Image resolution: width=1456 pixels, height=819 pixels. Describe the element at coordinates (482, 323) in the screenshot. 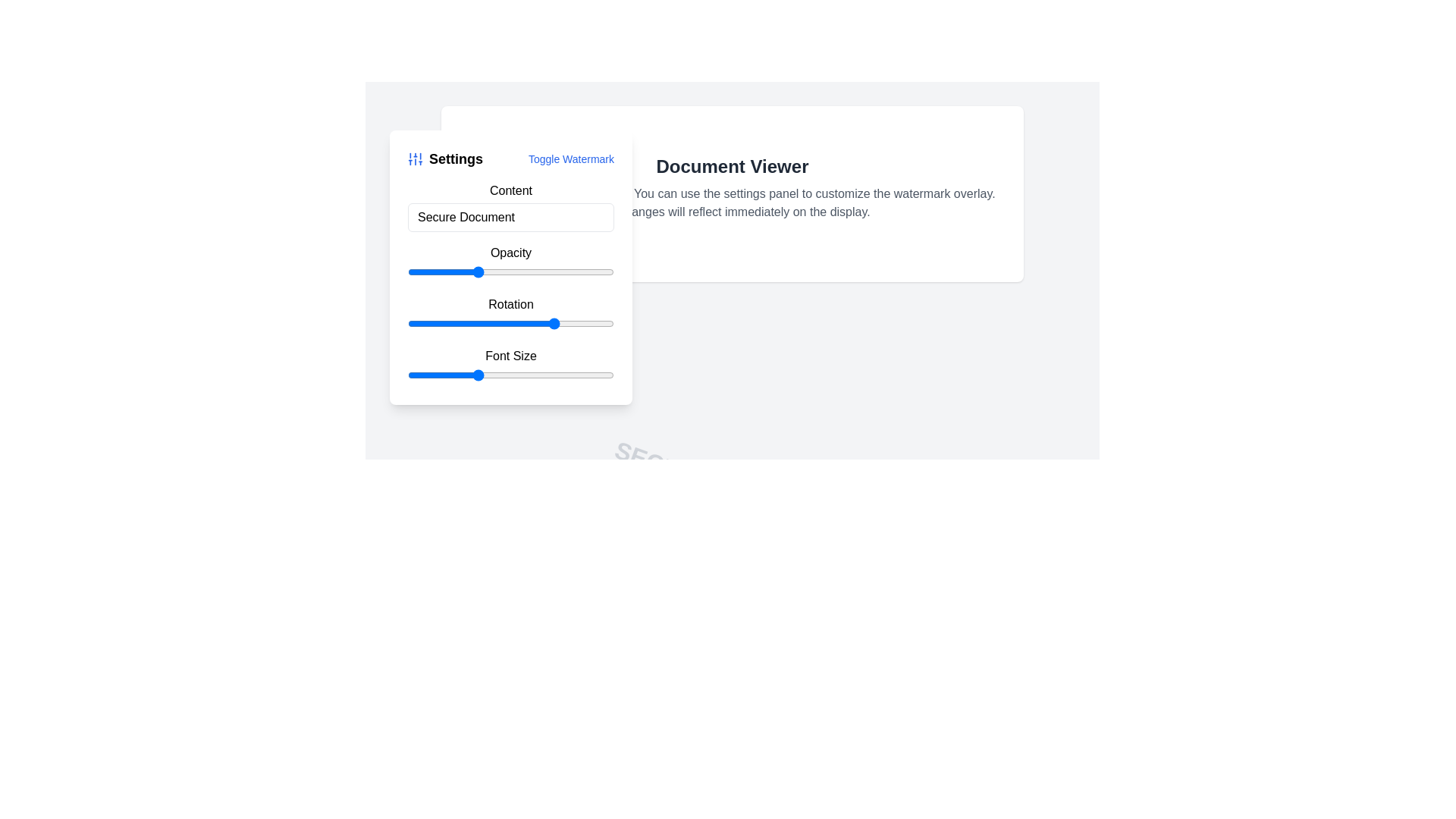

I see `rotation` at that location.